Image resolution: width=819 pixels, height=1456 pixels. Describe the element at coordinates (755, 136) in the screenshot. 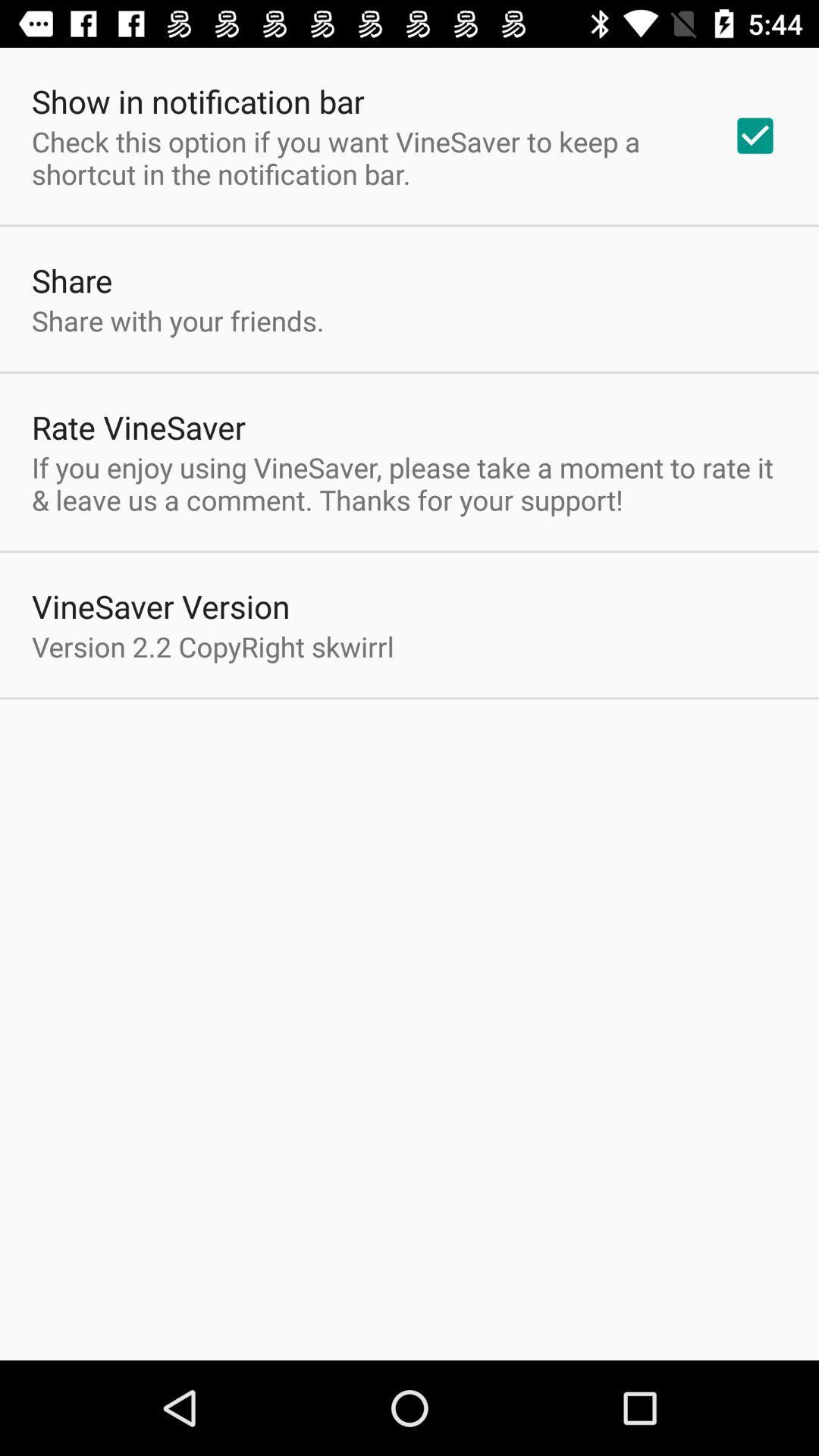

I see `icon next to the check this option item` at that location.